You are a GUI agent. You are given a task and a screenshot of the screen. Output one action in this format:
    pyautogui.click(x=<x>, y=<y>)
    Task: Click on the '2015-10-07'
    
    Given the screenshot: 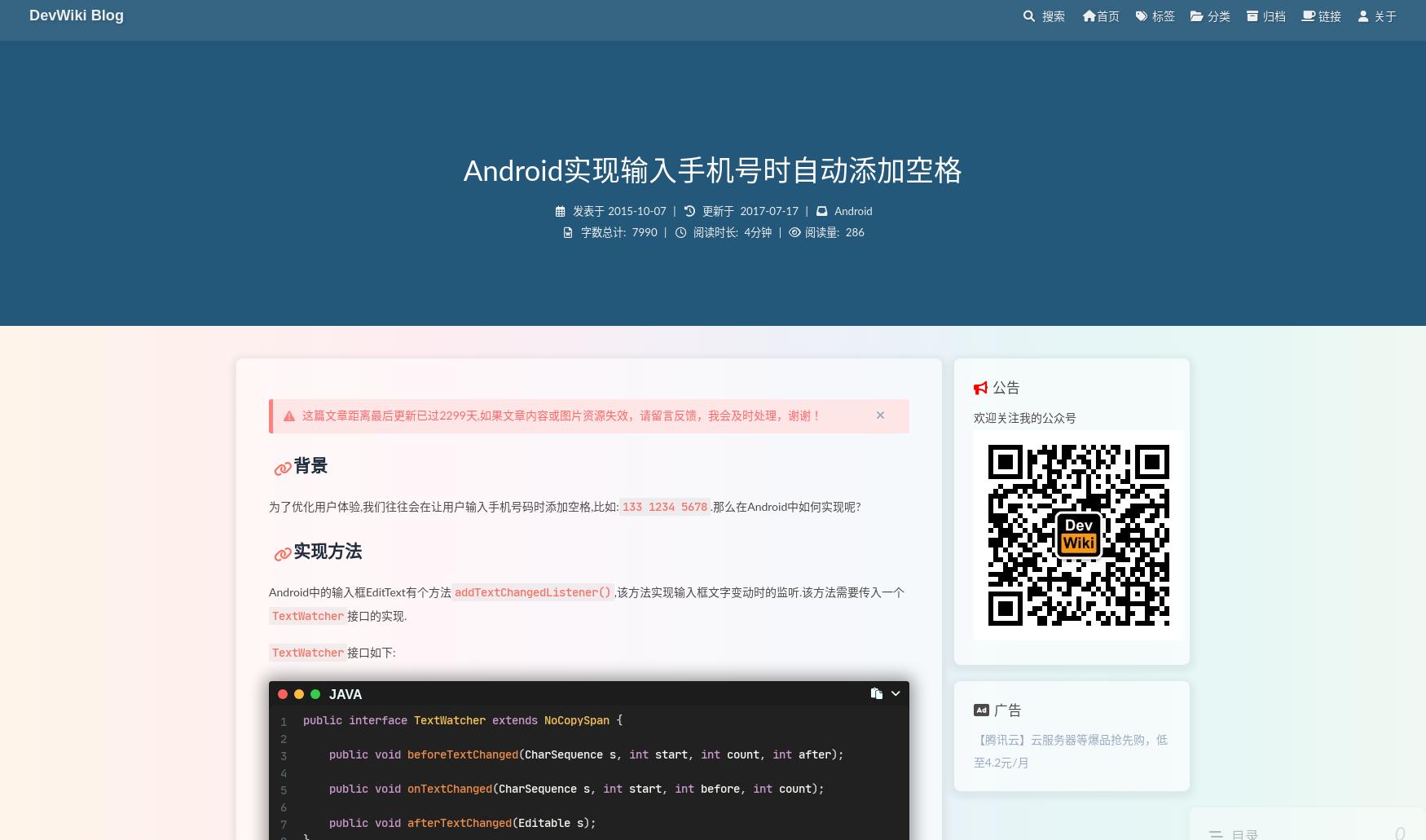 What is the action you would take?
    pyautogui.click(x=608, y=210)
    